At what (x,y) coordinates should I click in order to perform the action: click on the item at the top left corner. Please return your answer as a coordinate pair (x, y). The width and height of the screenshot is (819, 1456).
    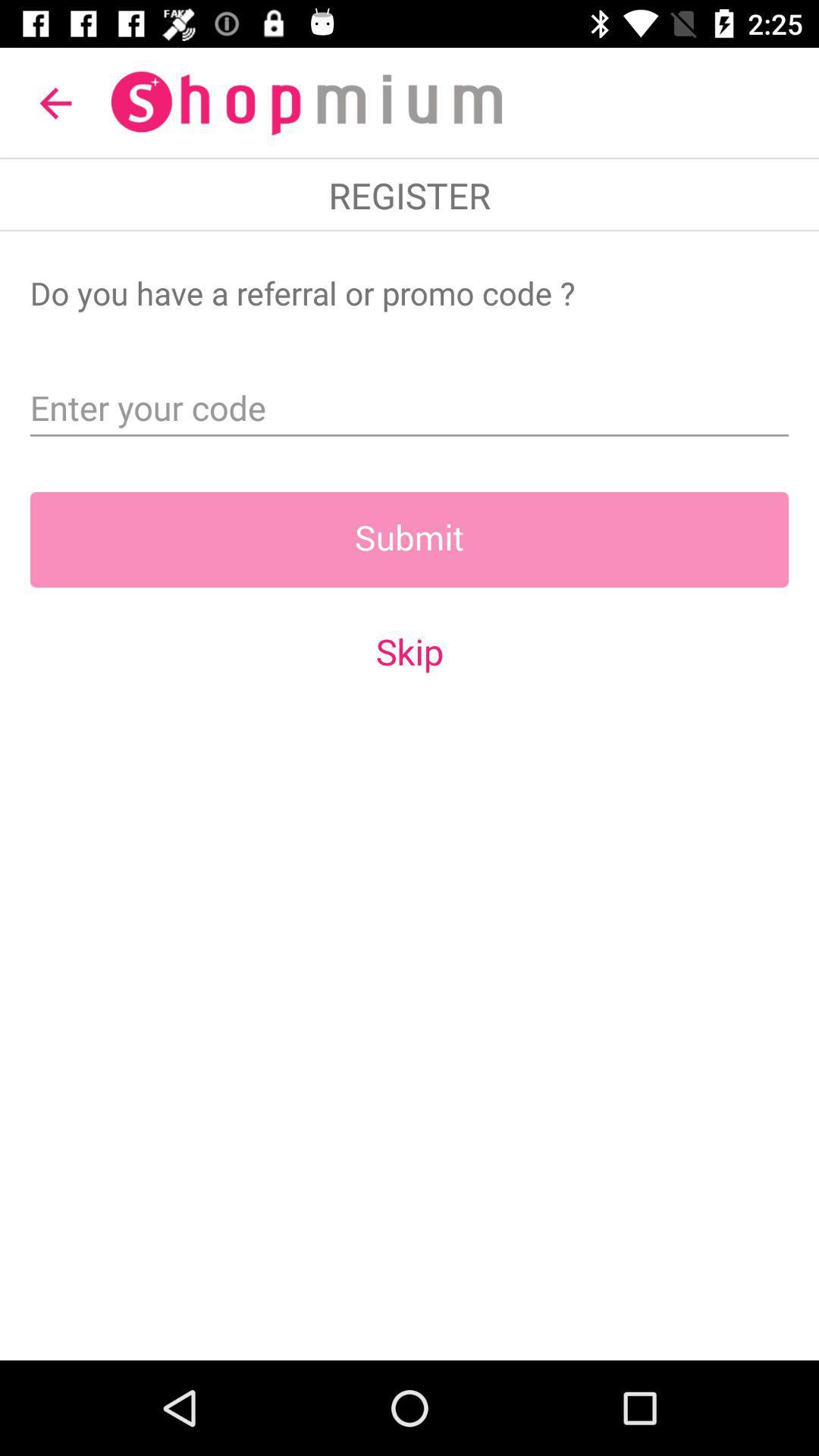
    Looking at the image, I should click on (55, 102).